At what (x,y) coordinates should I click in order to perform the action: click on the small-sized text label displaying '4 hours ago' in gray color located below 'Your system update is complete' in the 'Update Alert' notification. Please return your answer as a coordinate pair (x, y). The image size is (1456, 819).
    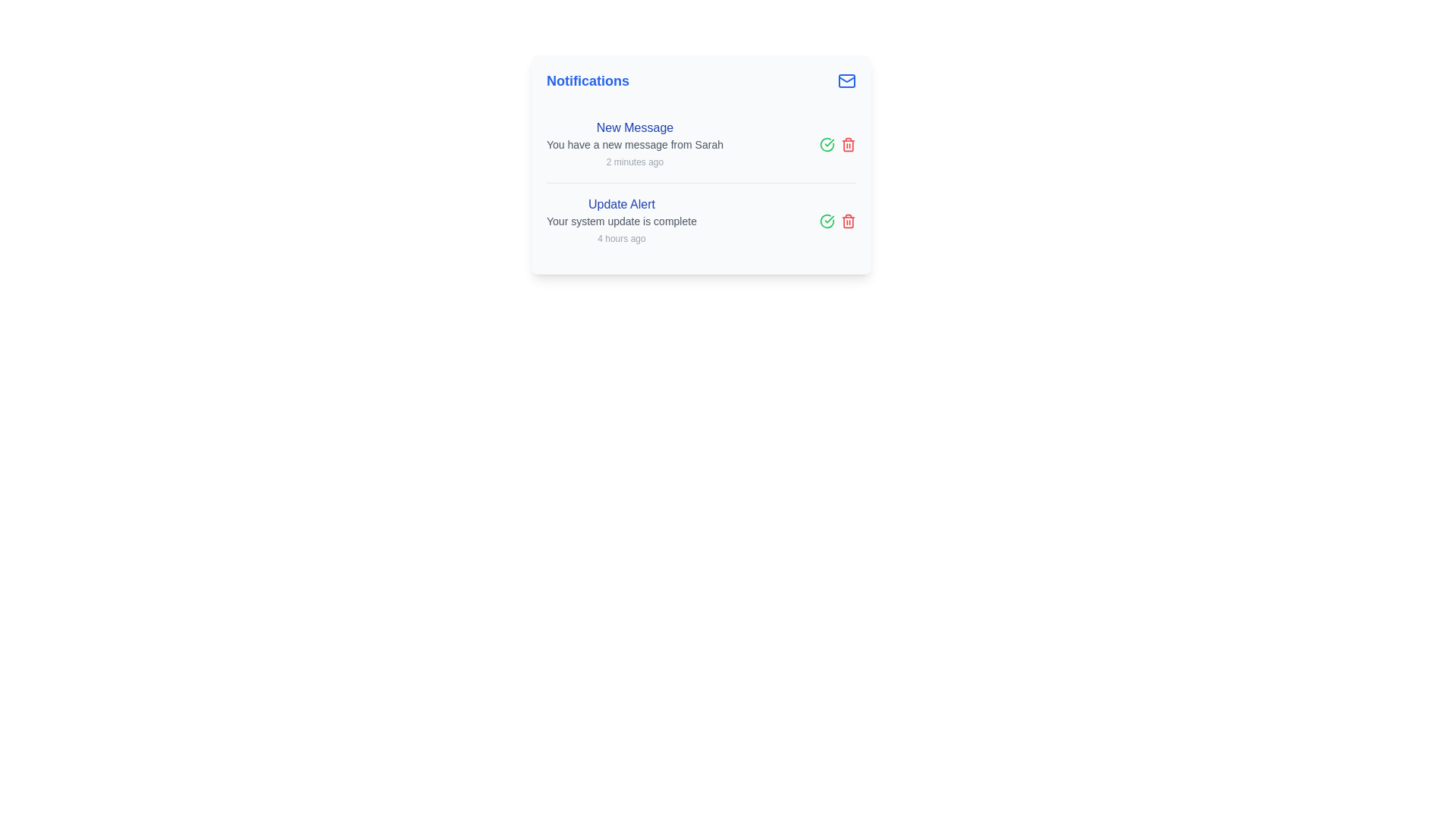
    Looking at the image, I should click on (622, 239).